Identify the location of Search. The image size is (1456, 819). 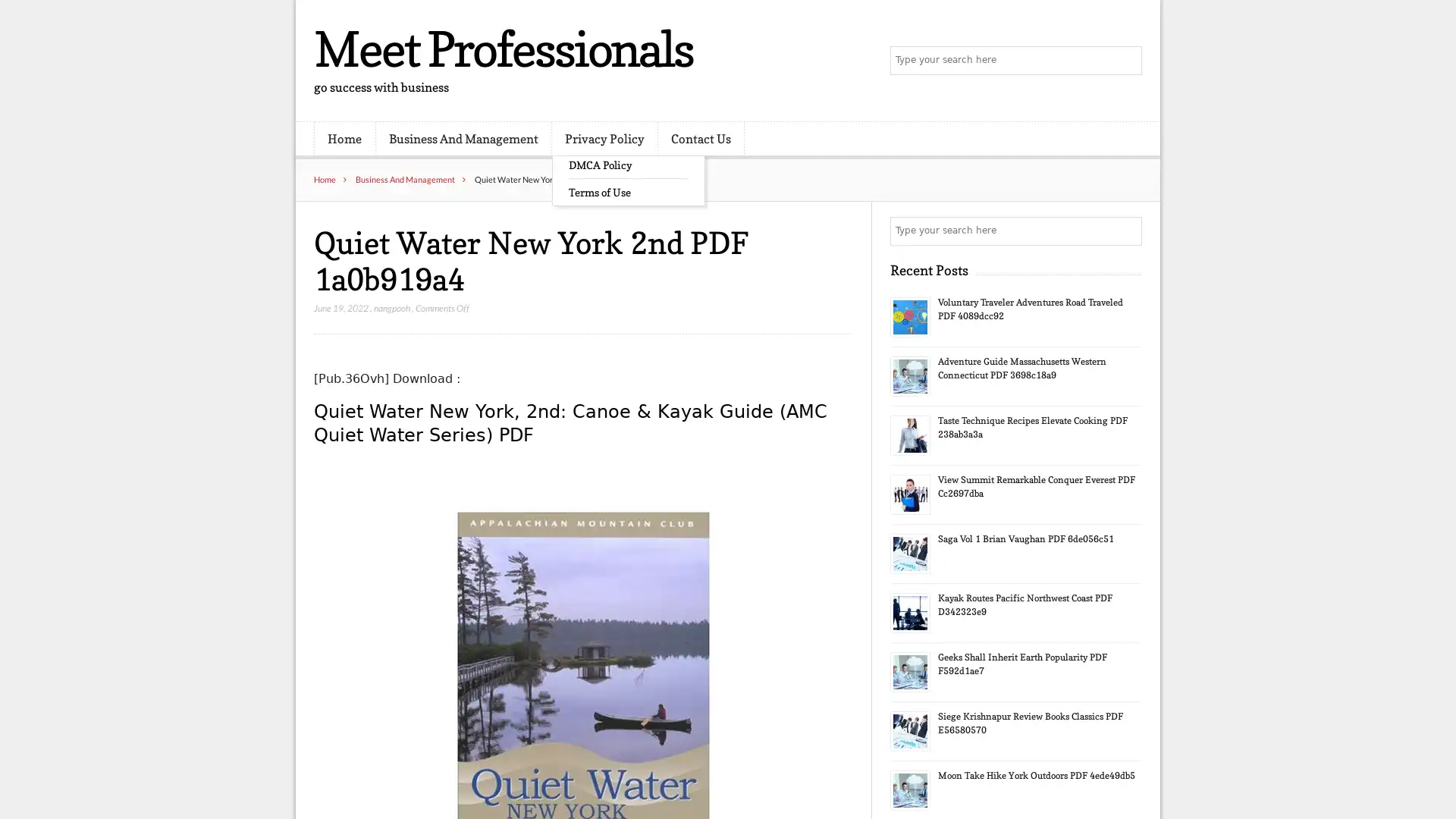
(1126, 61).